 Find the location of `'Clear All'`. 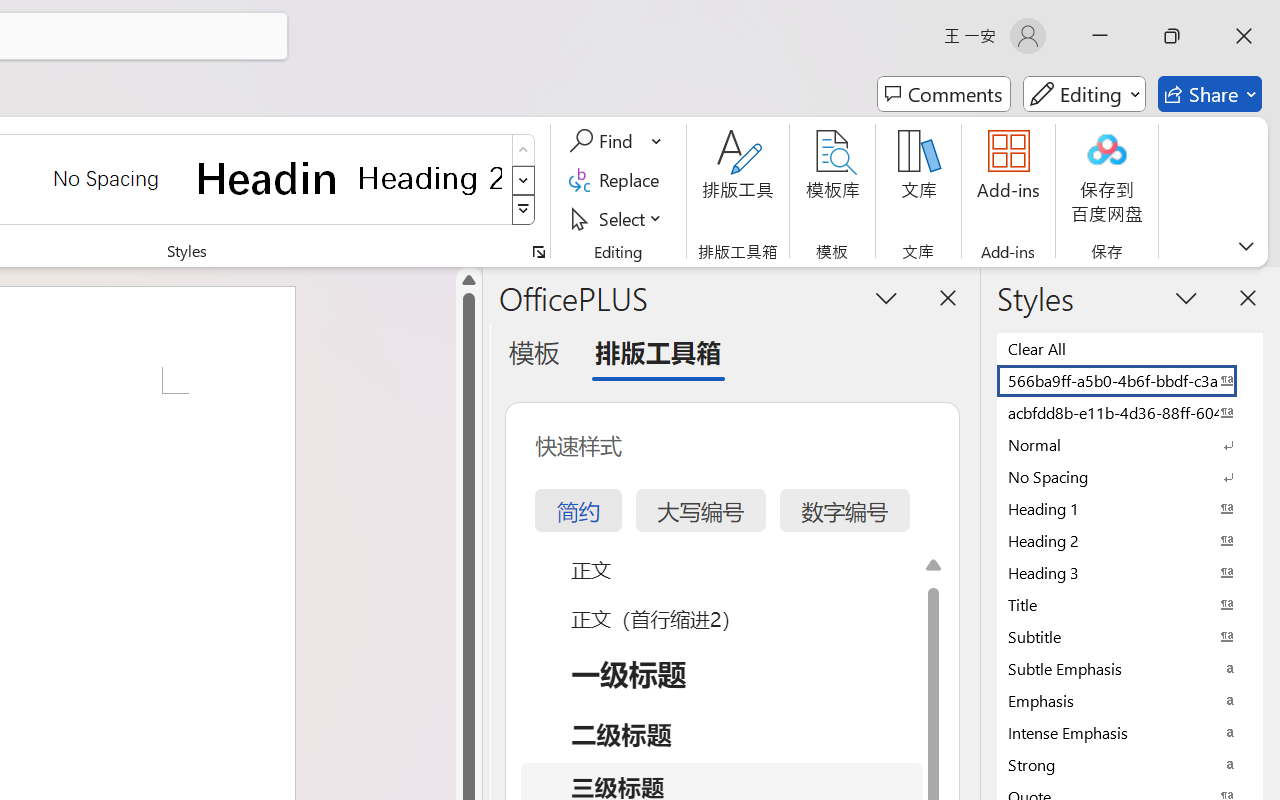

'Clear All' is located at coordinates (1130, 348).